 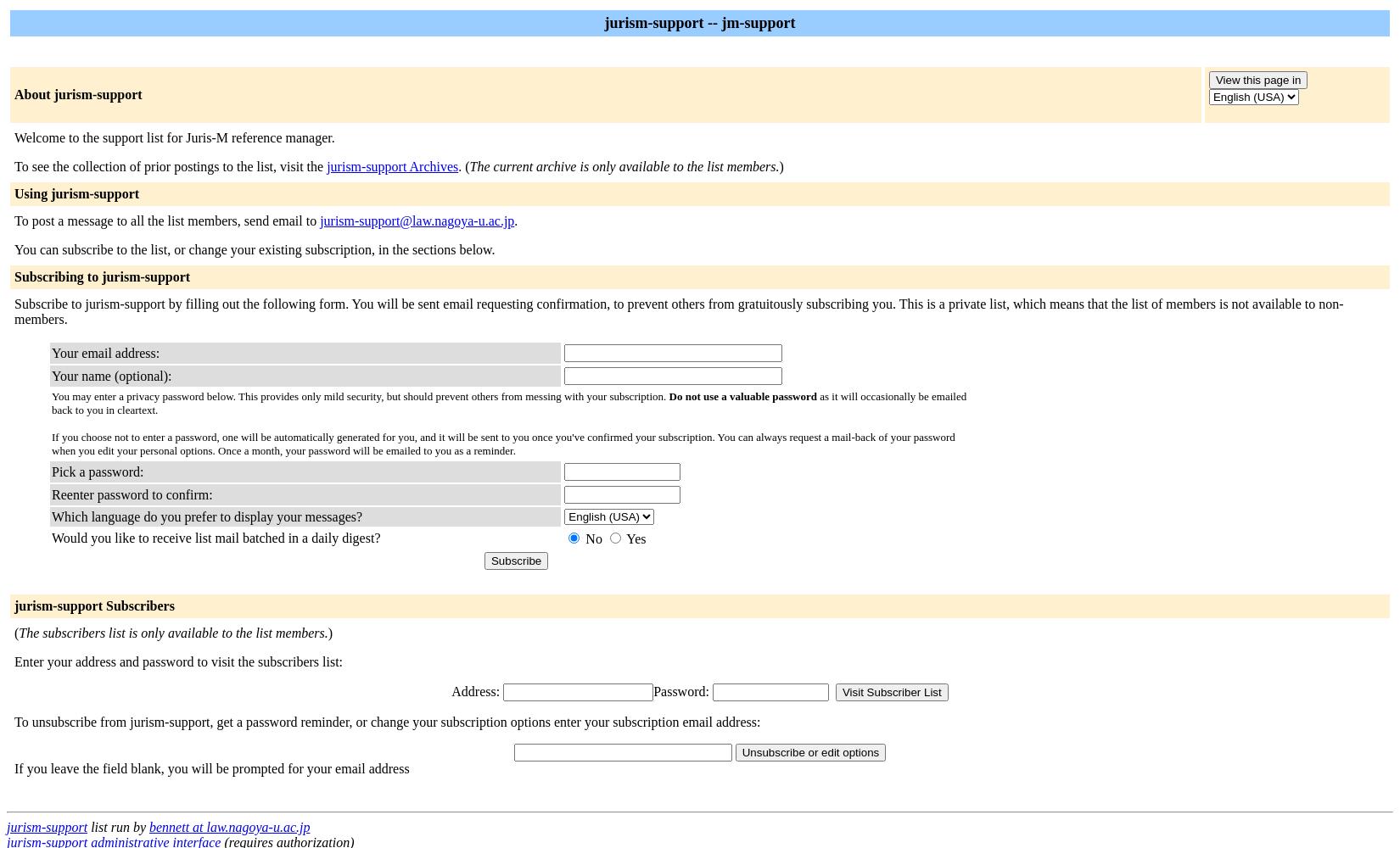 I want to click on 'jurism-support@law.nagoya-u.ac.jp', so click(x=320, y=220).